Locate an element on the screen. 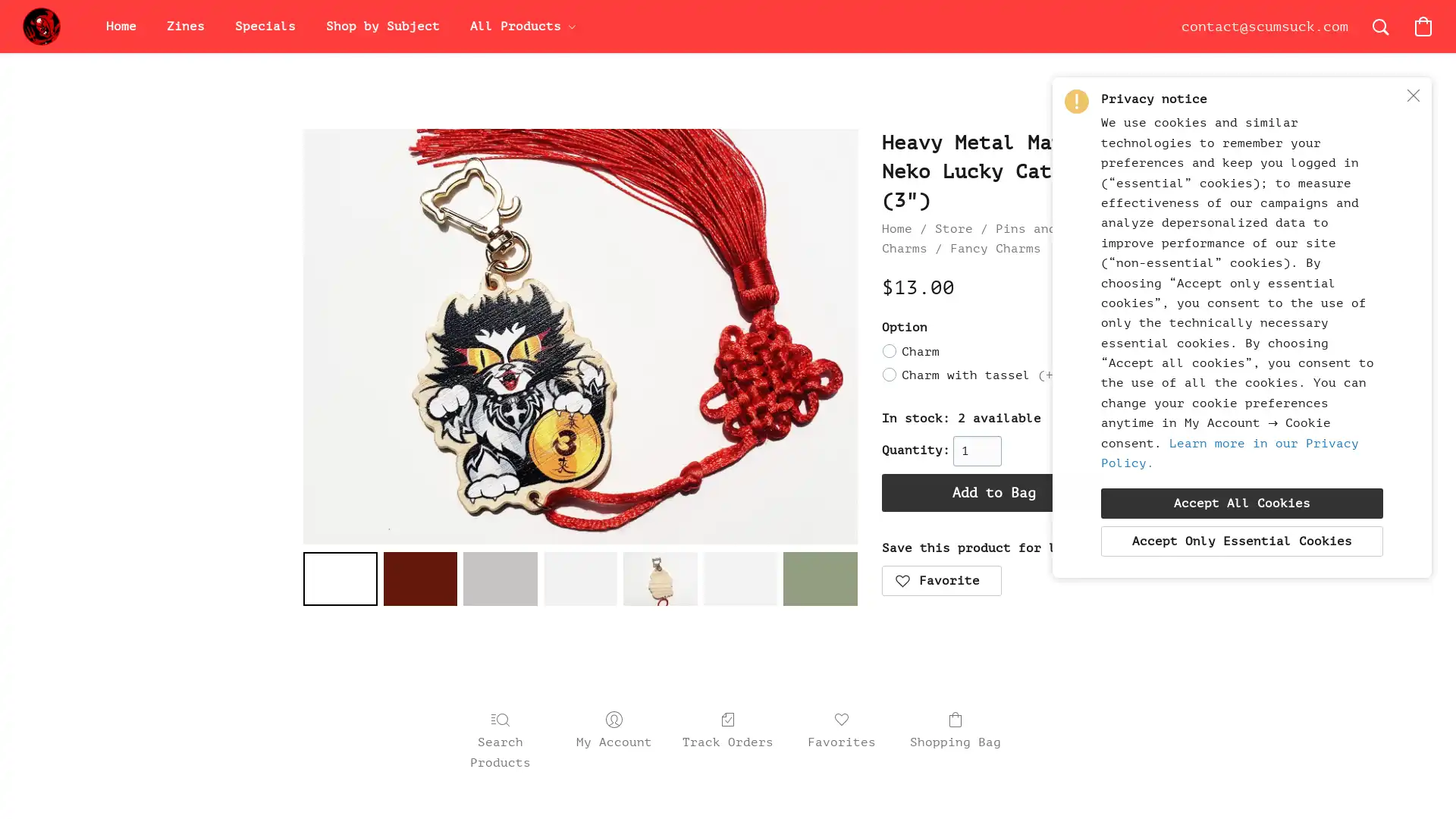 The height and width of the screenshot is (819, 1456). Search the website is located at coordinates (1380, 26).